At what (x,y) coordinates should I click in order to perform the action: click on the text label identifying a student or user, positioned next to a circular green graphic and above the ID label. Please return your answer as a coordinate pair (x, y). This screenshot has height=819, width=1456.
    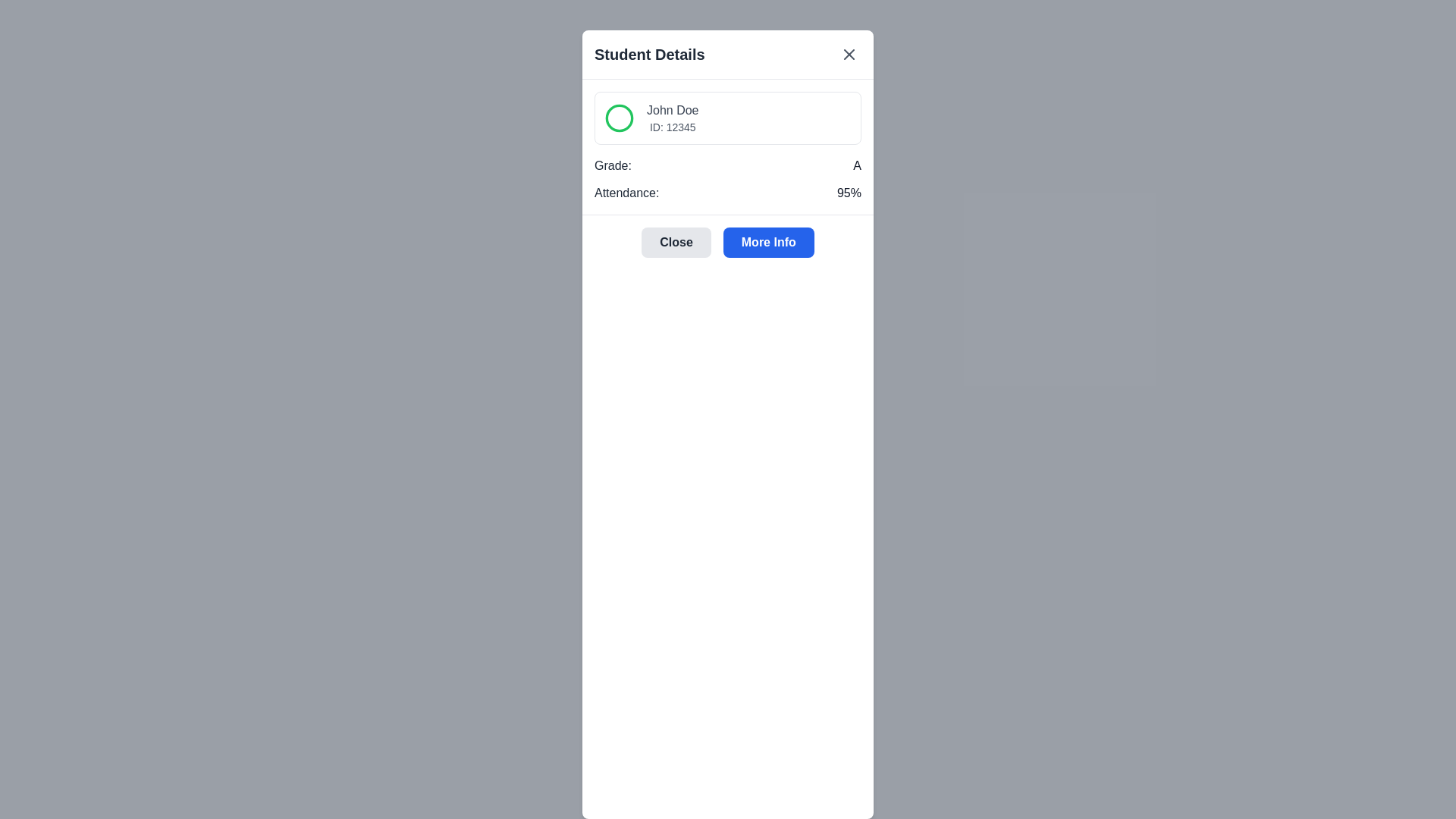
    Looking at the image, I should click on (672, 110).